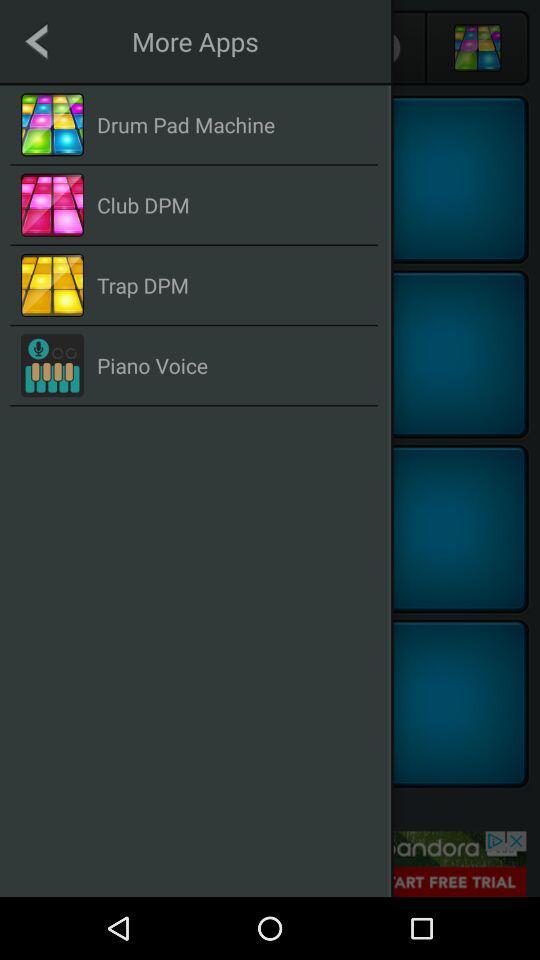  Describe the element at coordinates (270, 47) in the screenshot. I see `the group icon` at that location.